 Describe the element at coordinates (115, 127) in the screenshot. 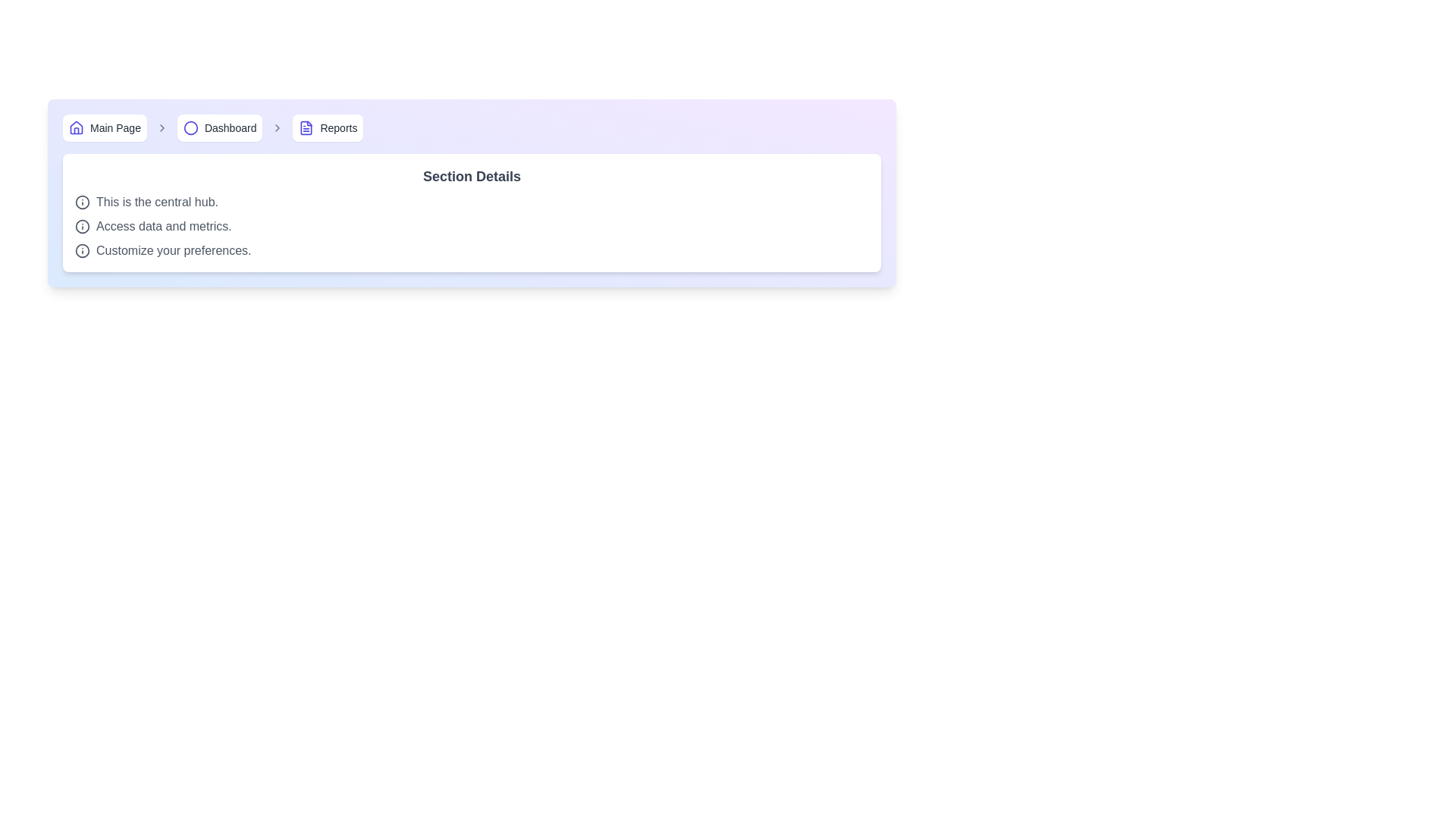

I see `the 'Main Page' breadcrumb label in the navigation bar, which indicates the current location within the application` at that location.